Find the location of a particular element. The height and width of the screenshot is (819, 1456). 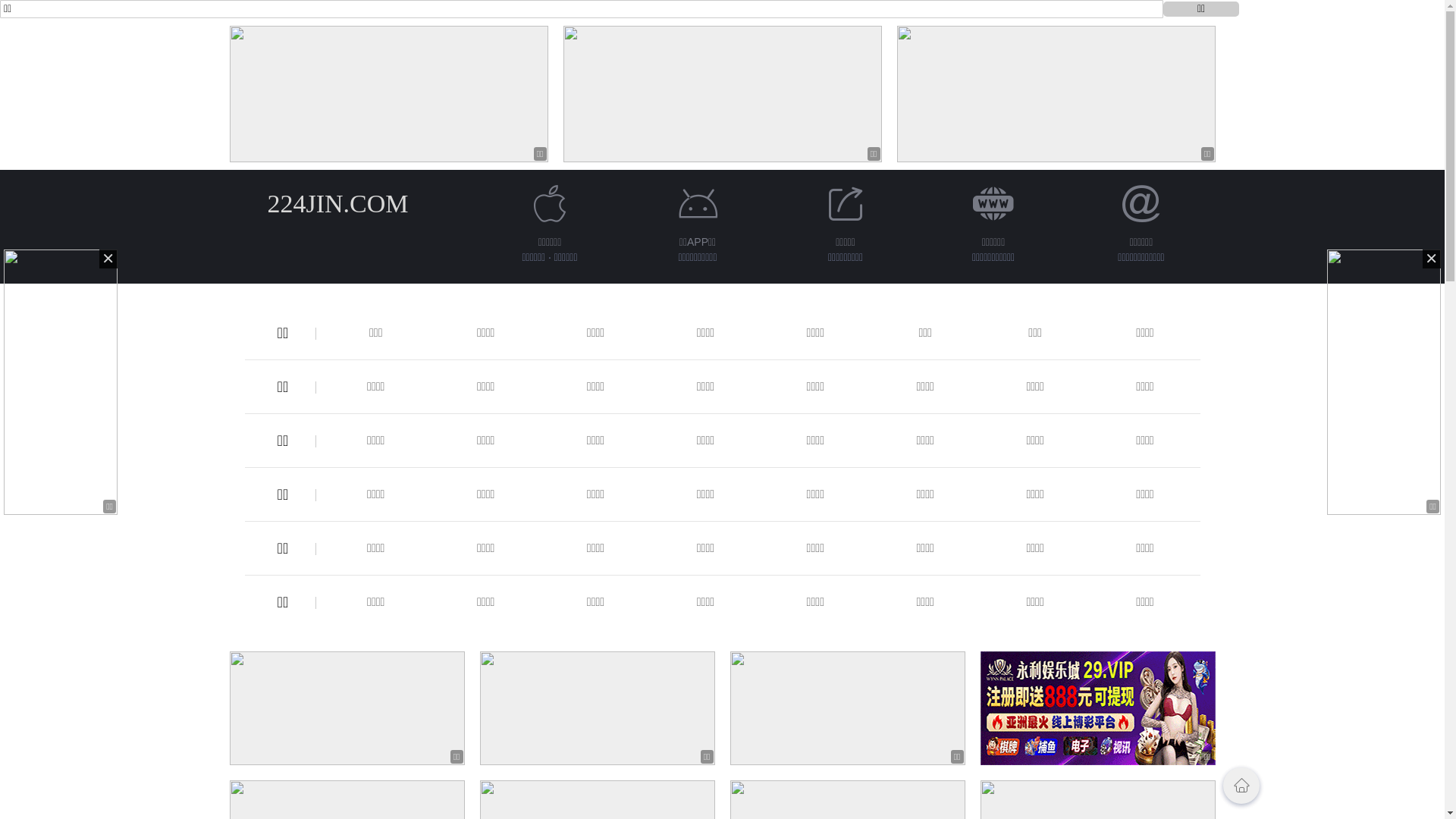

'224JIN.COM' is located at coordinates (266, 202).